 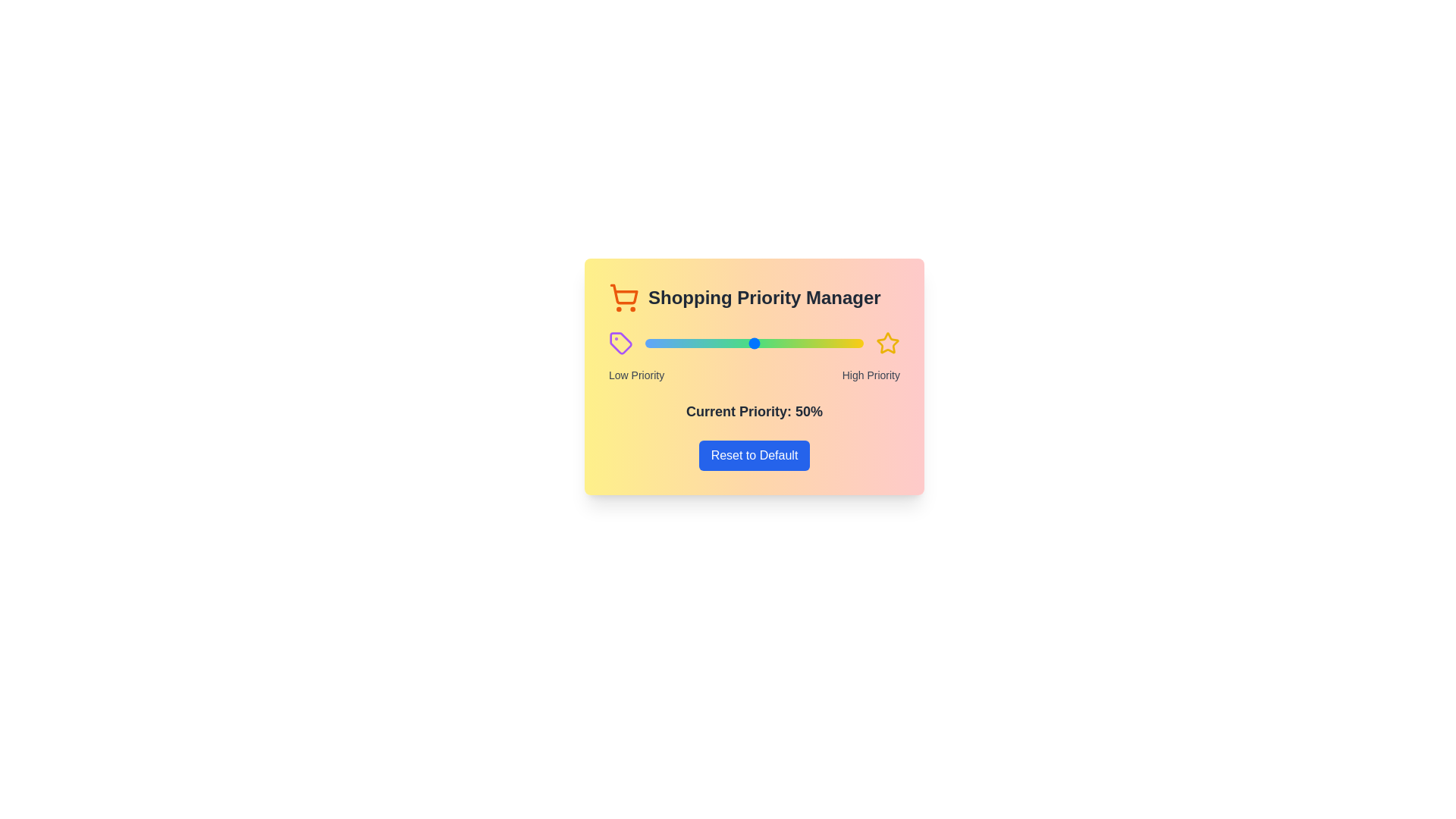 I want to click on the priority to 0% using the slider, so click(x=645, y=343).